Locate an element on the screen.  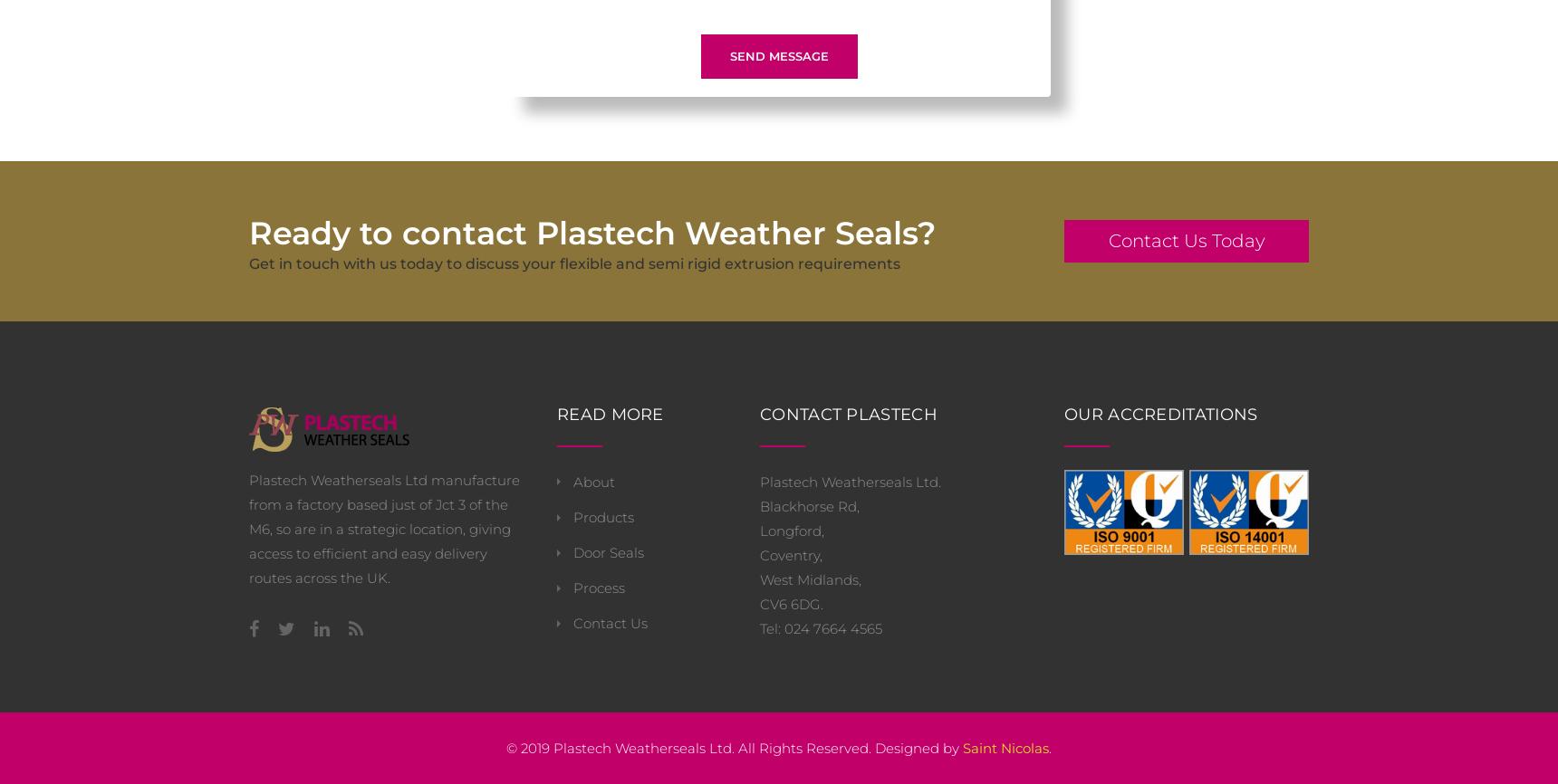
'Ready to contact Plastech Weather Seals?' is located at coordinates (249, 232).